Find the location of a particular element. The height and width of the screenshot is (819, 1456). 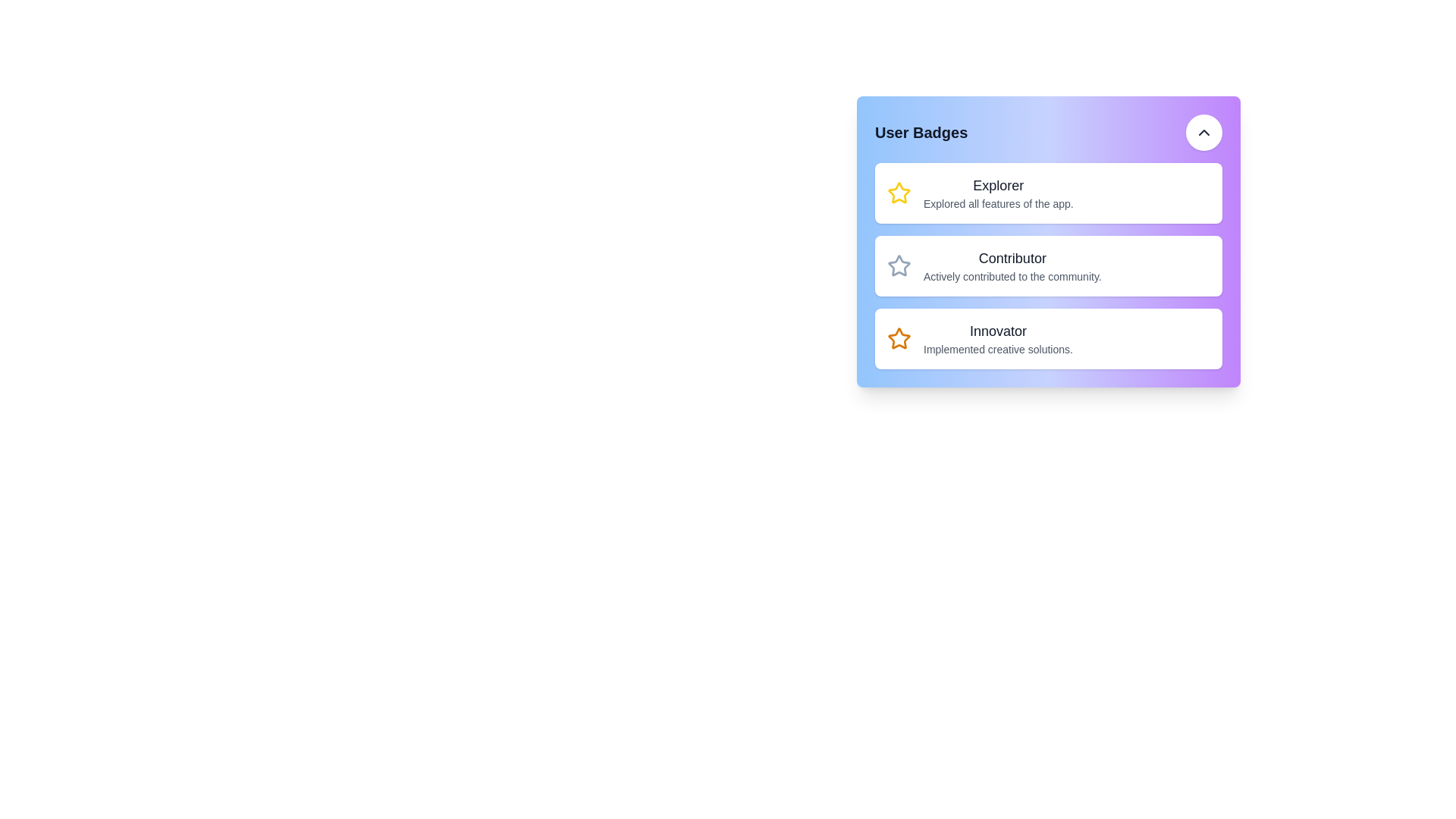

the 'Explorer' text label element, which is displayed in a medium-weight, large font size with a grayish-black color at the top section of the 'User Badges' card, just below the yellow star icon is located at coordinates (998, 185).